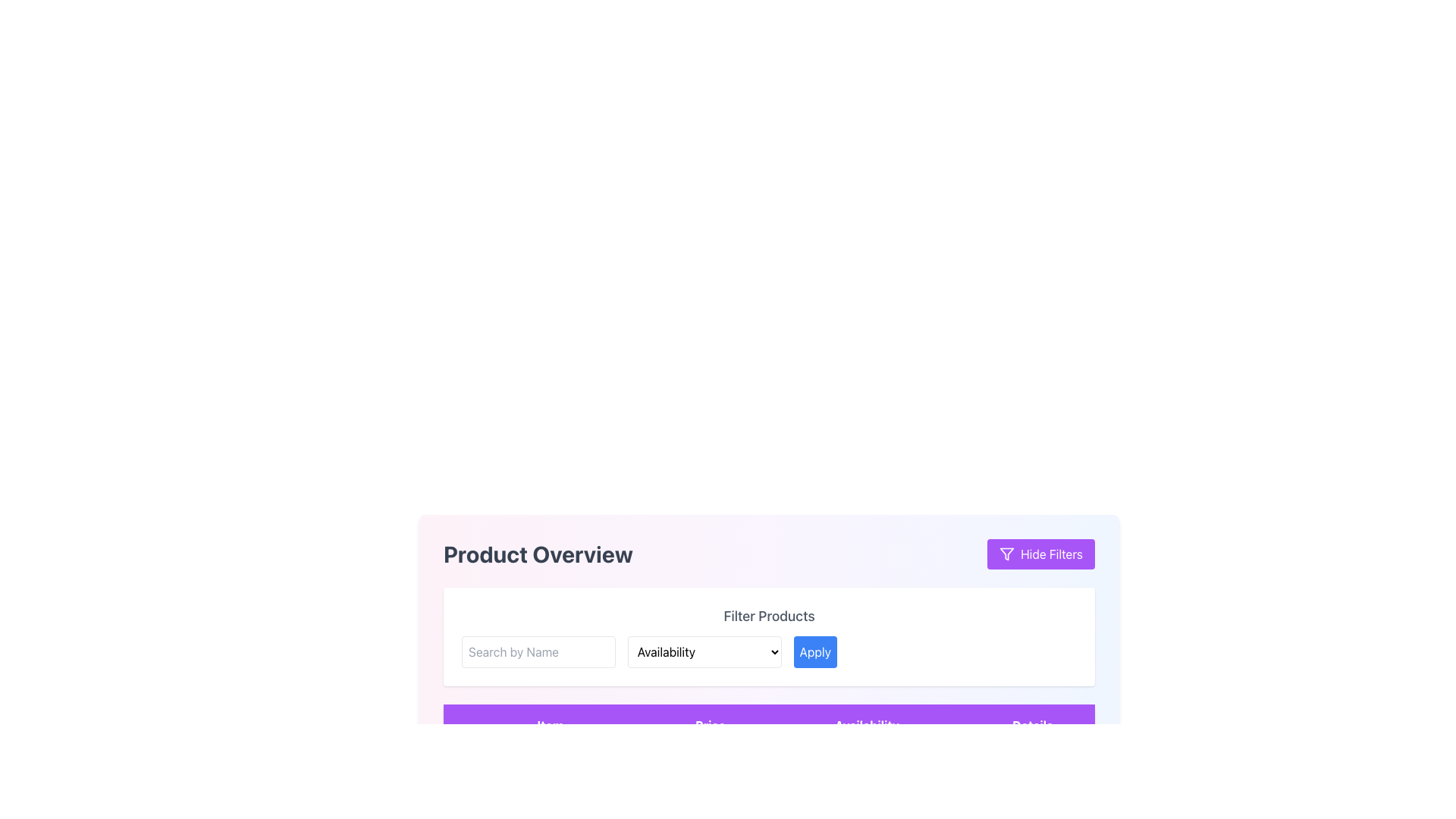  Describe the element at coordinates (1007, 554) in the screenshot. I see `the 'Hide Filters' button located at the top-right corner of the interface, which contains a small triangular filter outline icon on its left side` at that location.